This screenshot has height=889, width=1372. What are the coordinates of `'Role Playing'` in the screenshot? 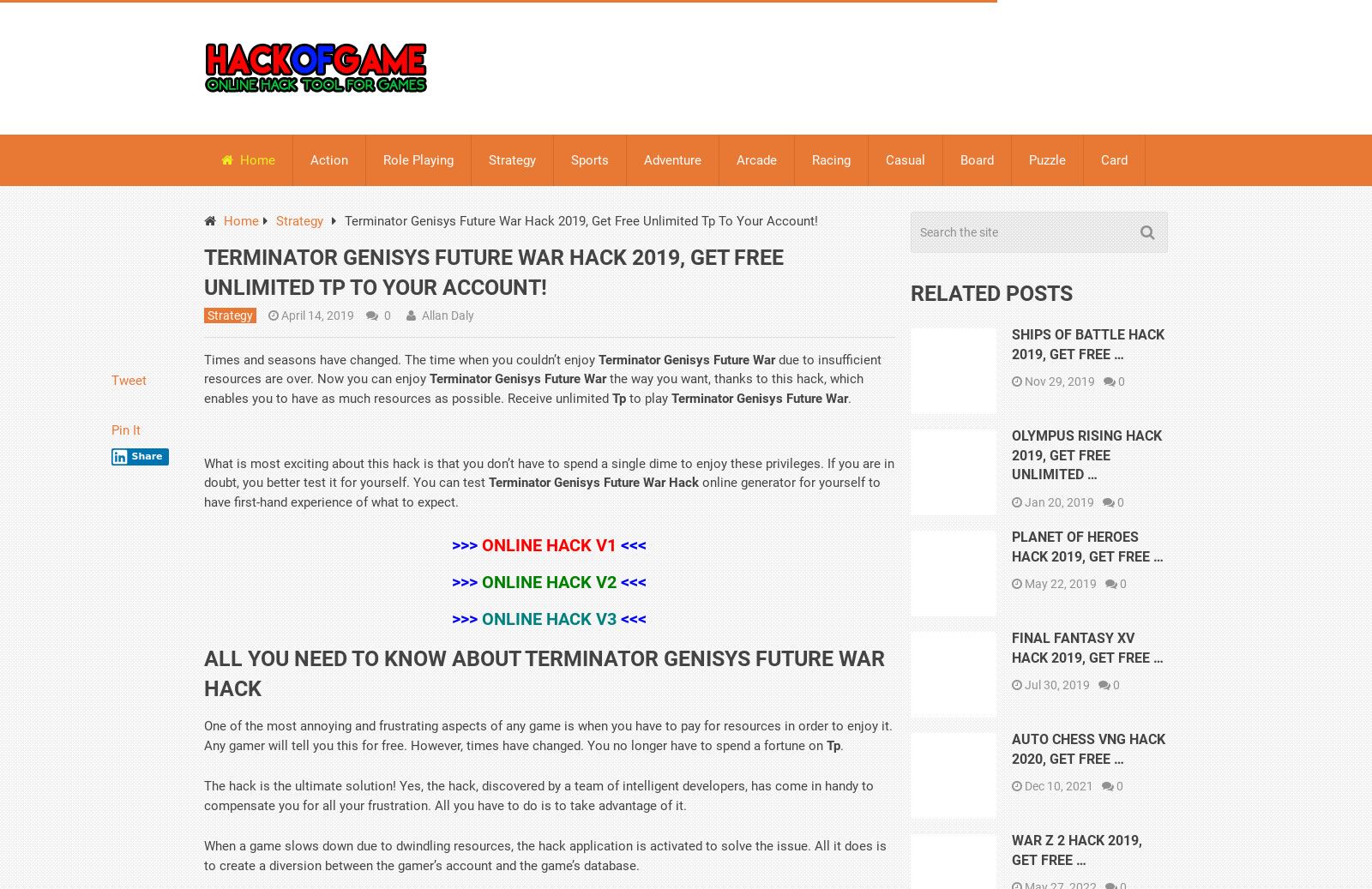 It's located at (418, 159).